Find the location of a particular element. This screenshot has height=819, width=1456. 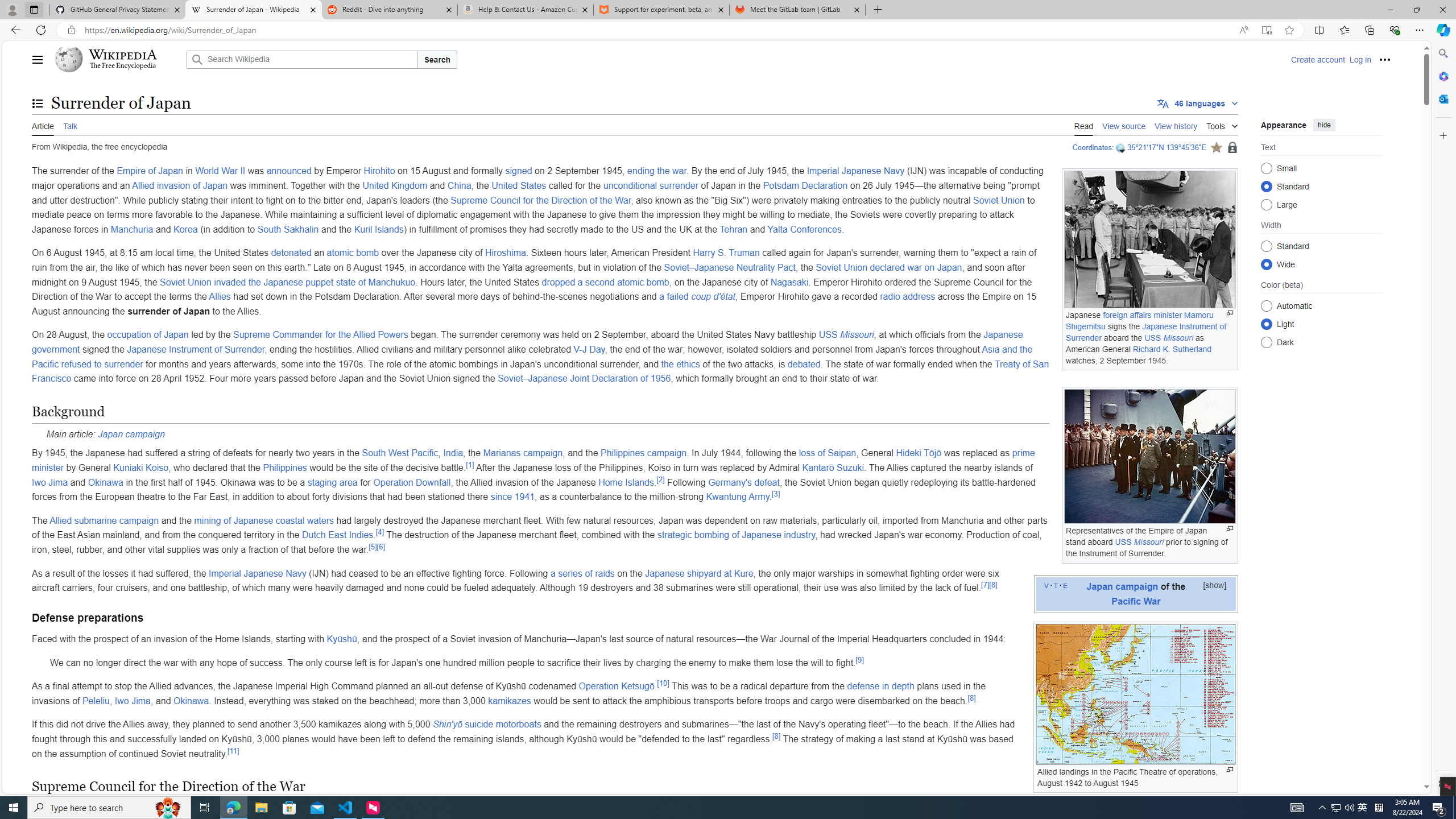

'China' is located at coordinates (459, 185).